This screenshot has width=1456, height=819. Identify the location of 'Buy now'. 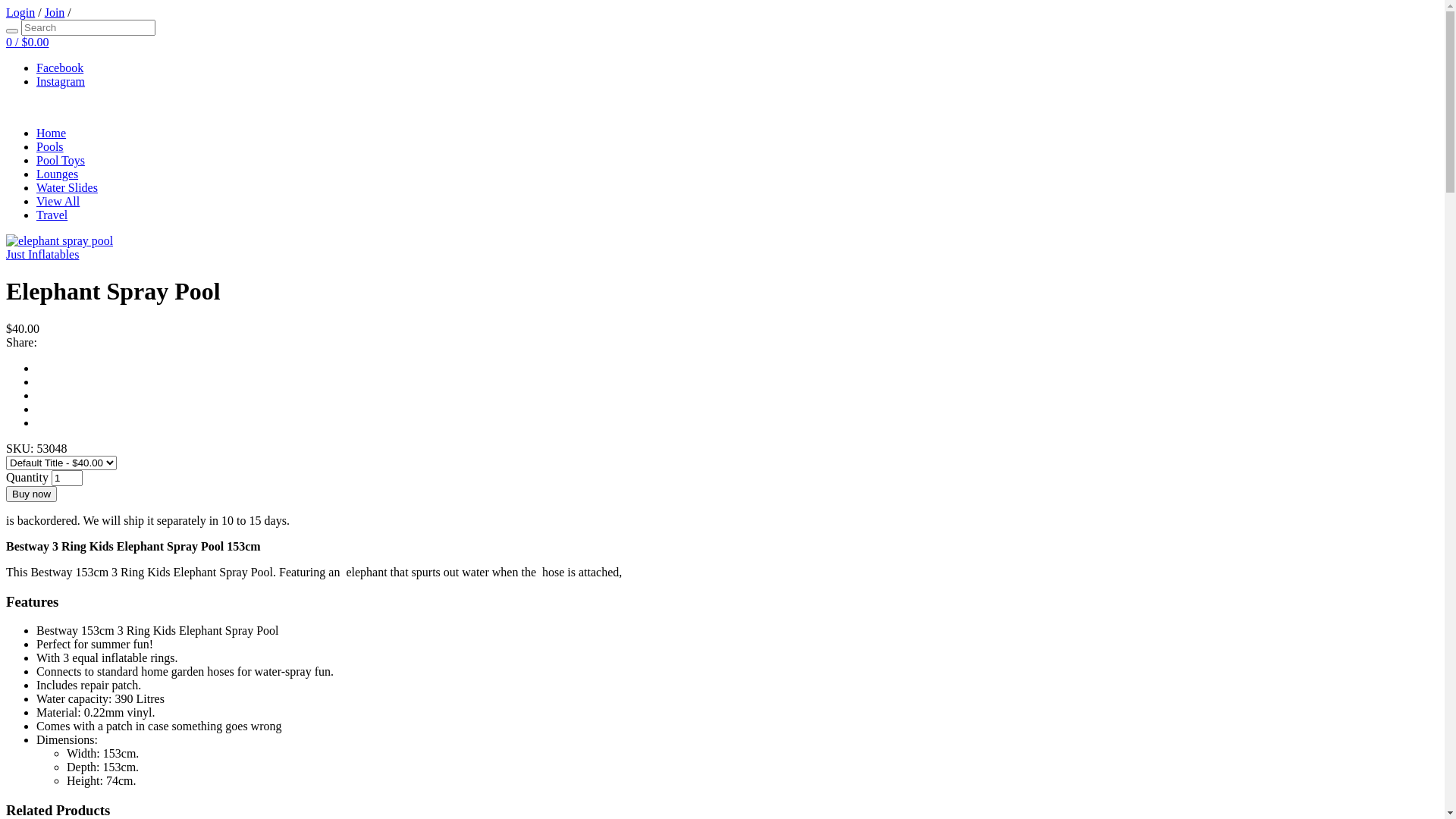
(31, 494).